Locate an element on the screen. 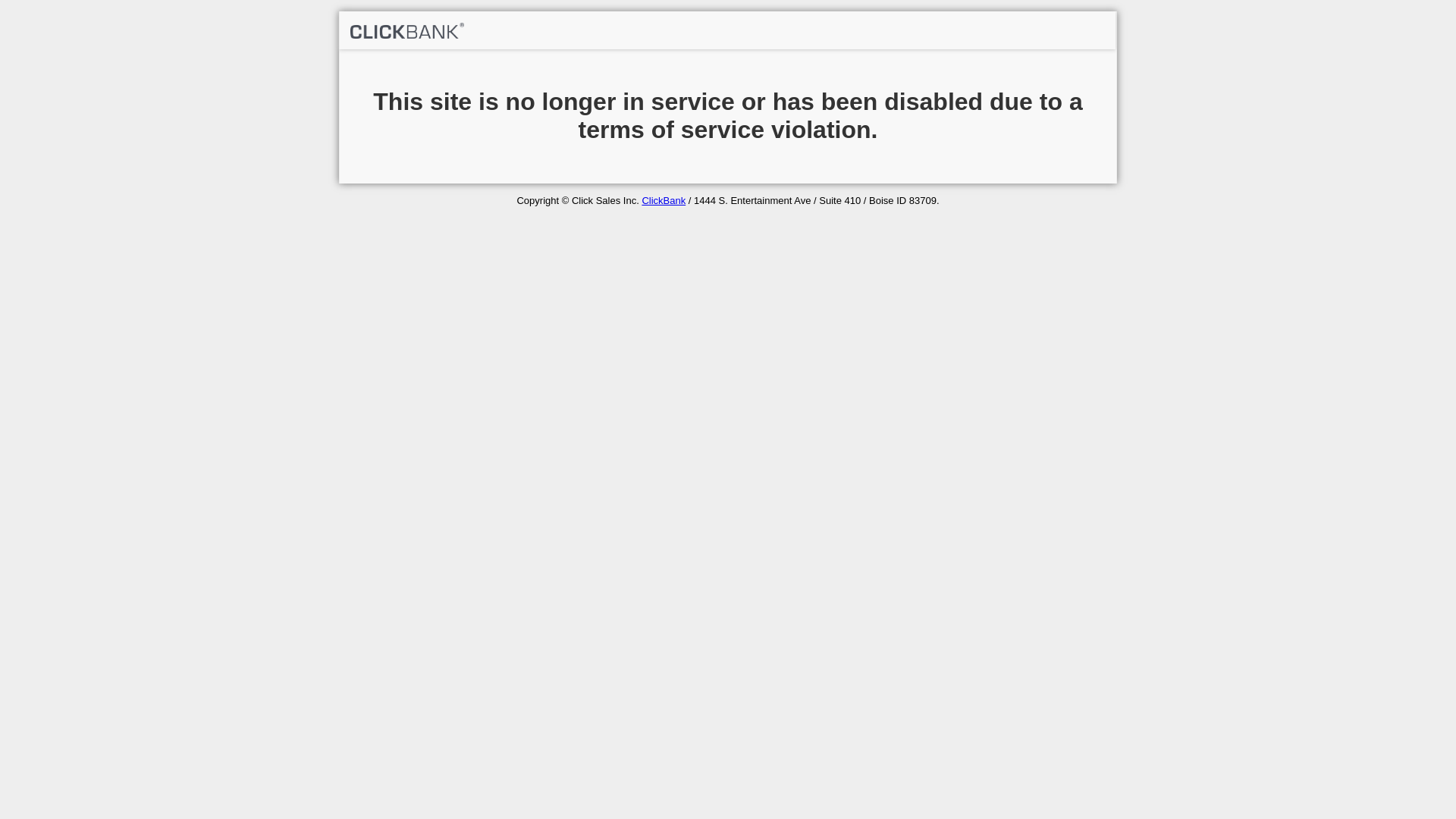  'ClickBank' is located at coordinates (663, 199).